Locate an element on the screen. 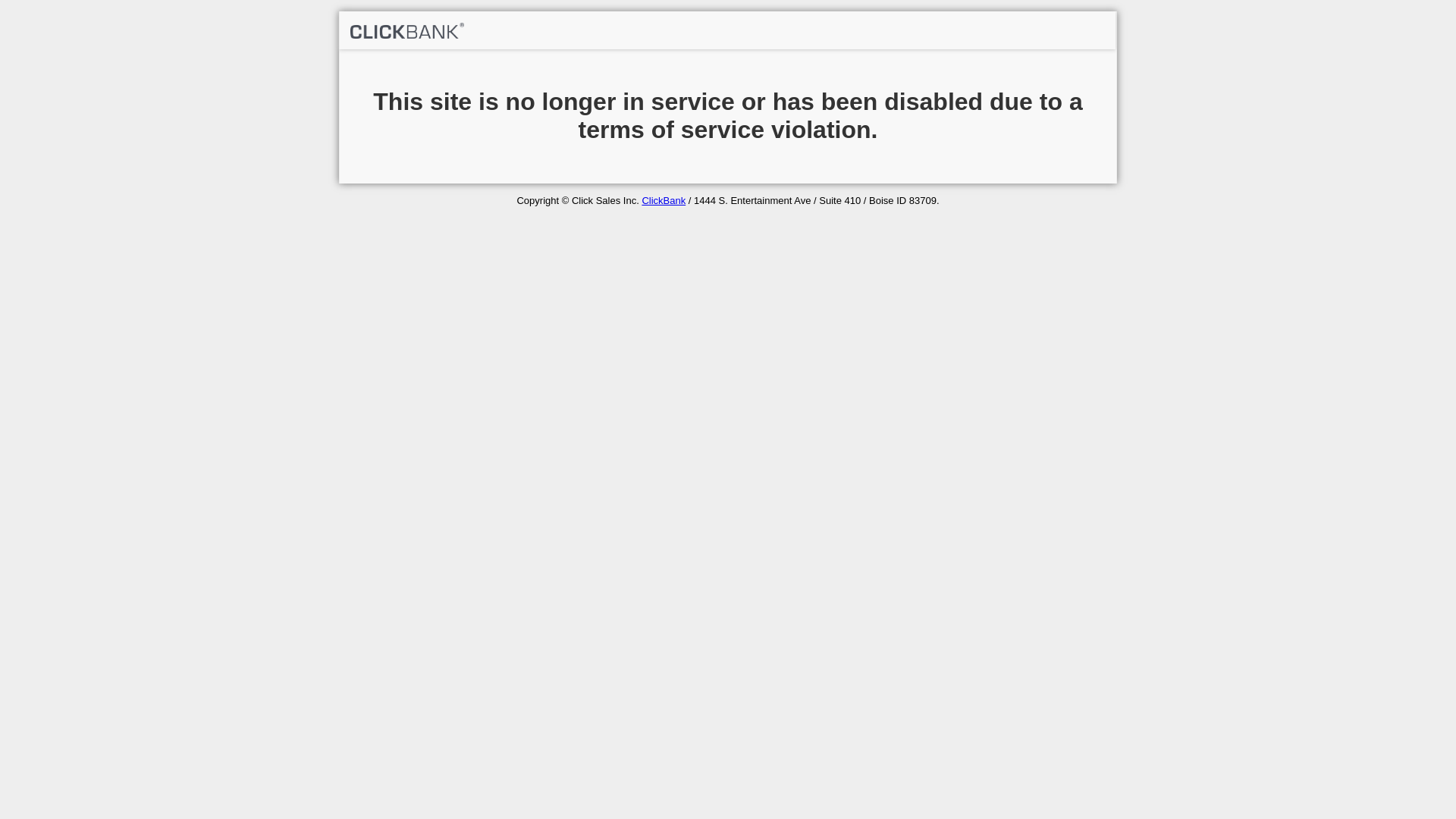  'ClickBank' is located at coordinates (663, 199).